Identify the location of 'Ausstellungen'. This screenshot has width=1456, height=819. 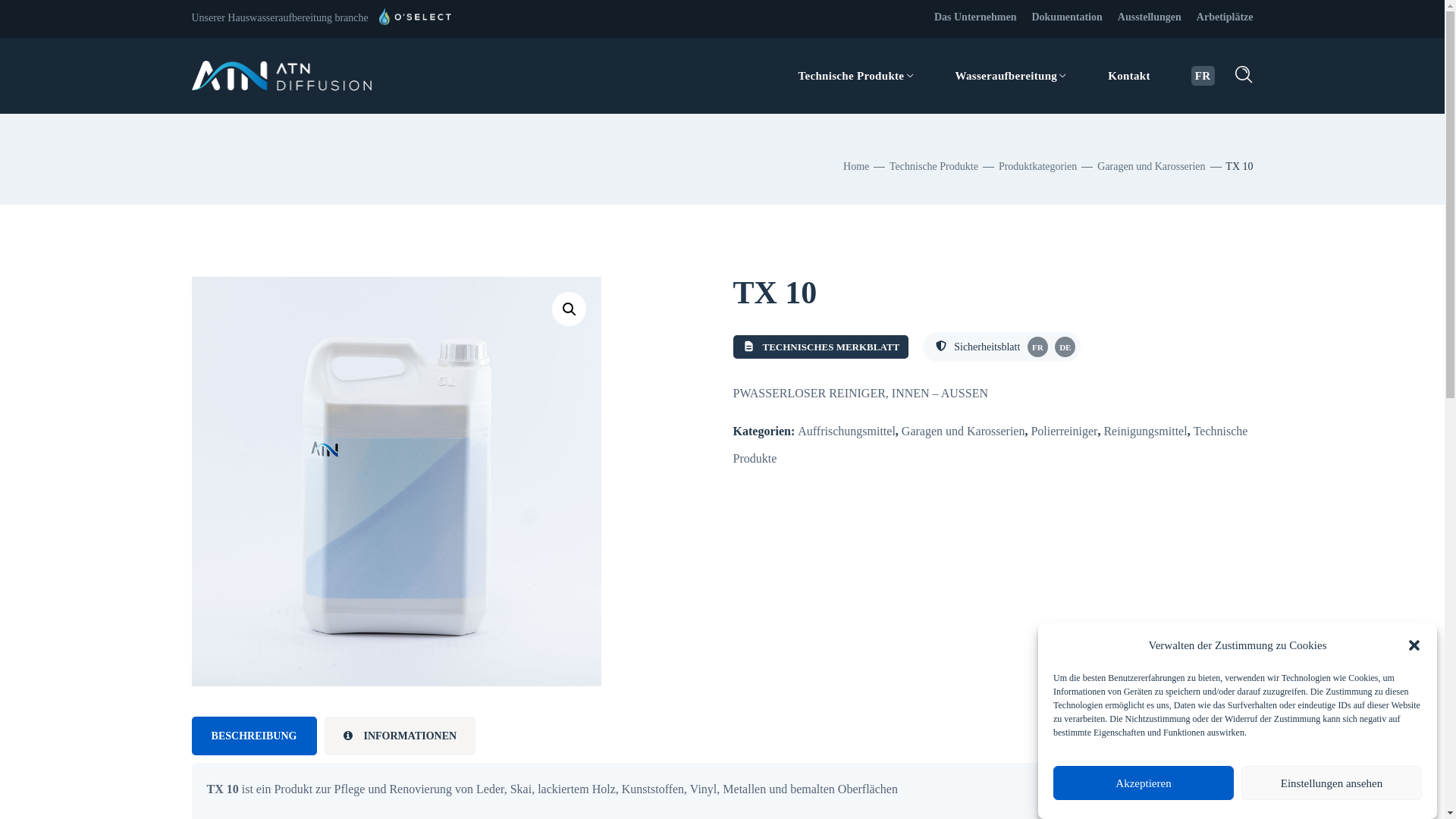
(1150, 17).